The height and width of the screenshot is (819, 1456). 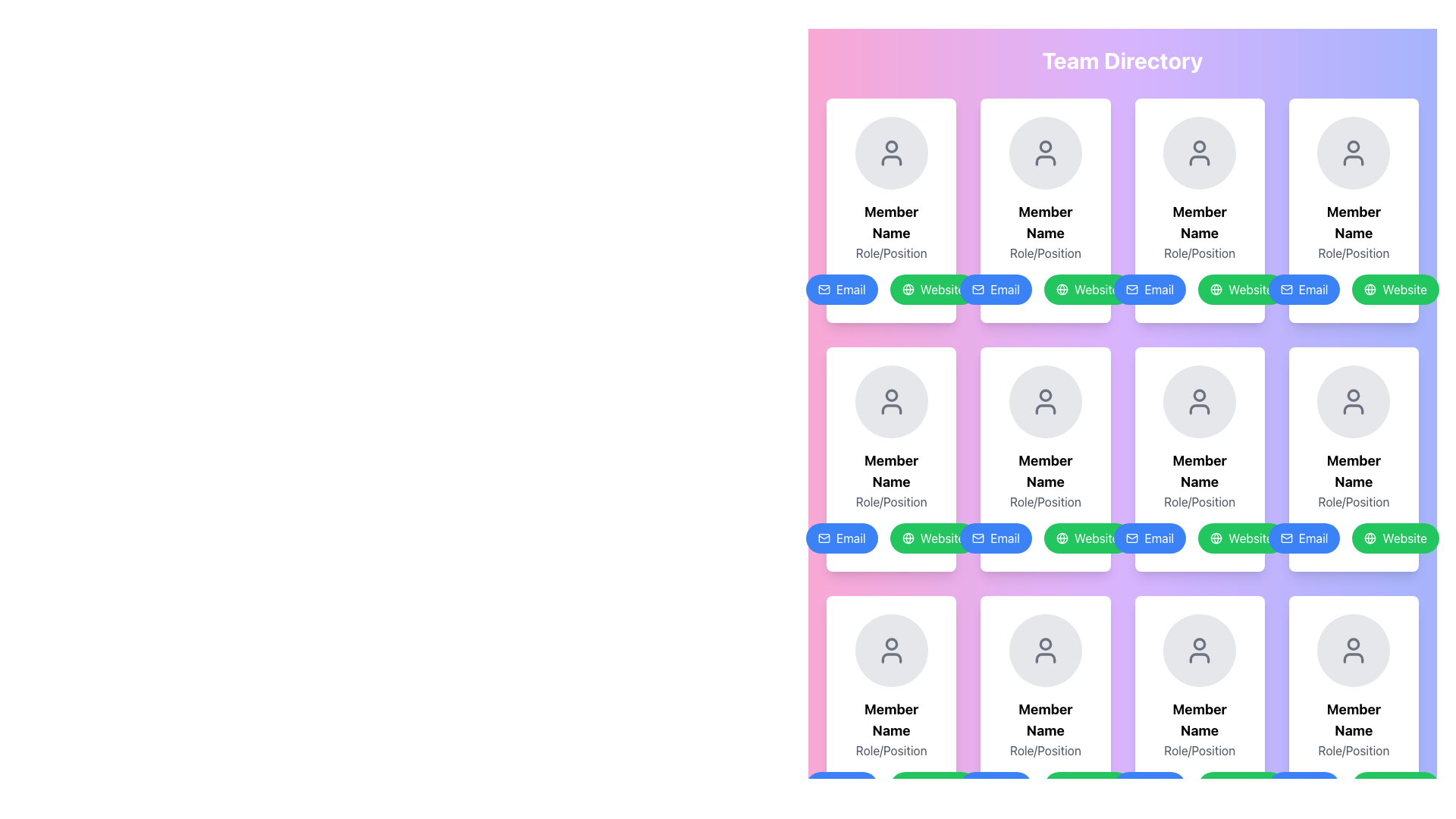 What do you see at coordinates (978, 537) in the screenshot?
I see `the blue rectangular shape with rounded corners that is part of the email icon located within the button labeled 'Email' in the bottom row, second column of the grid layout of member cards` at bounding box center [978, 537].